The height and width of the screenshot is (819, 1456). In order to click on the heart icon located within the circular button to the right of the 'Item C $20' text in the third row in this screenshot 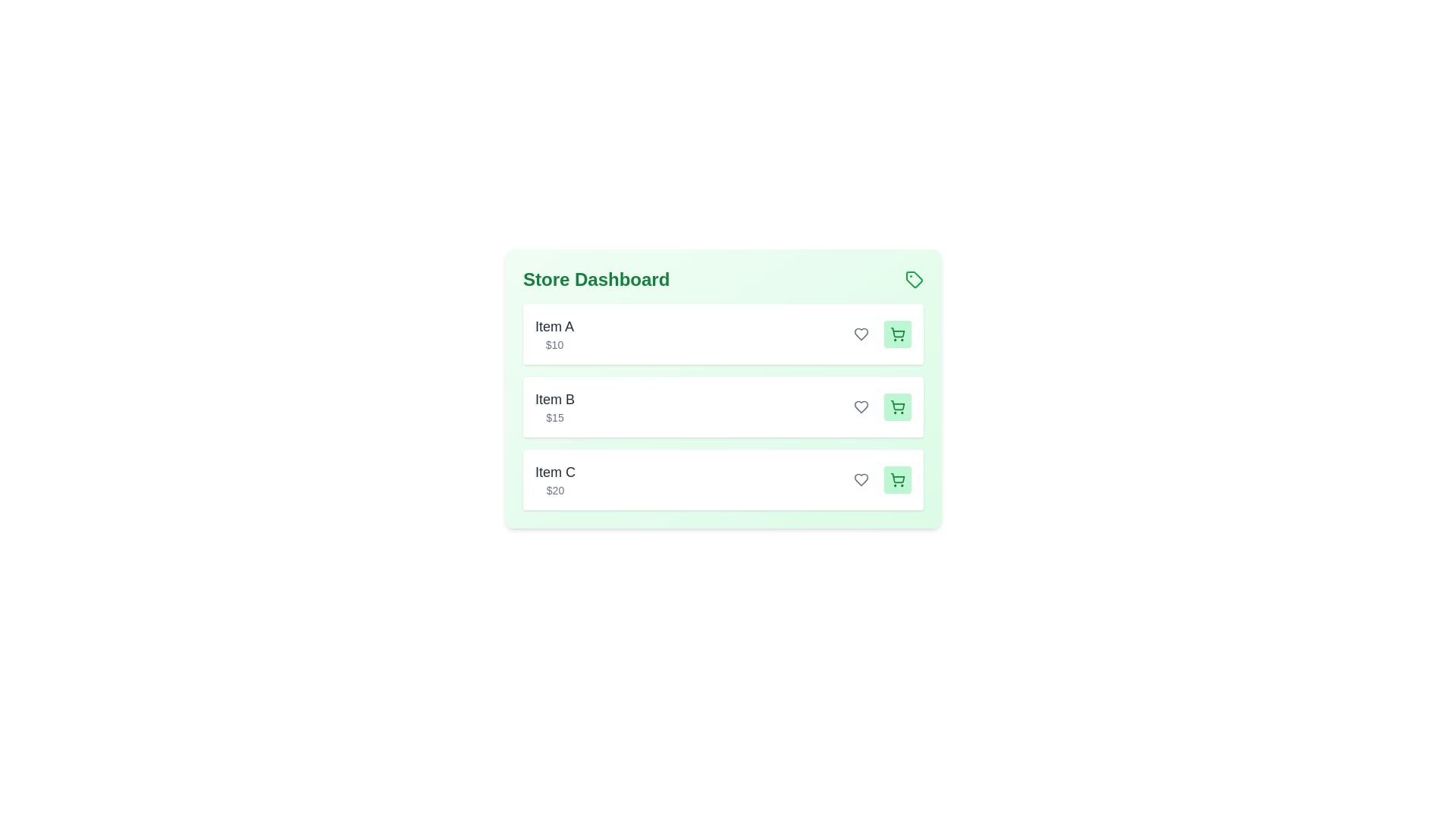, I will do `click(861, 479)`.